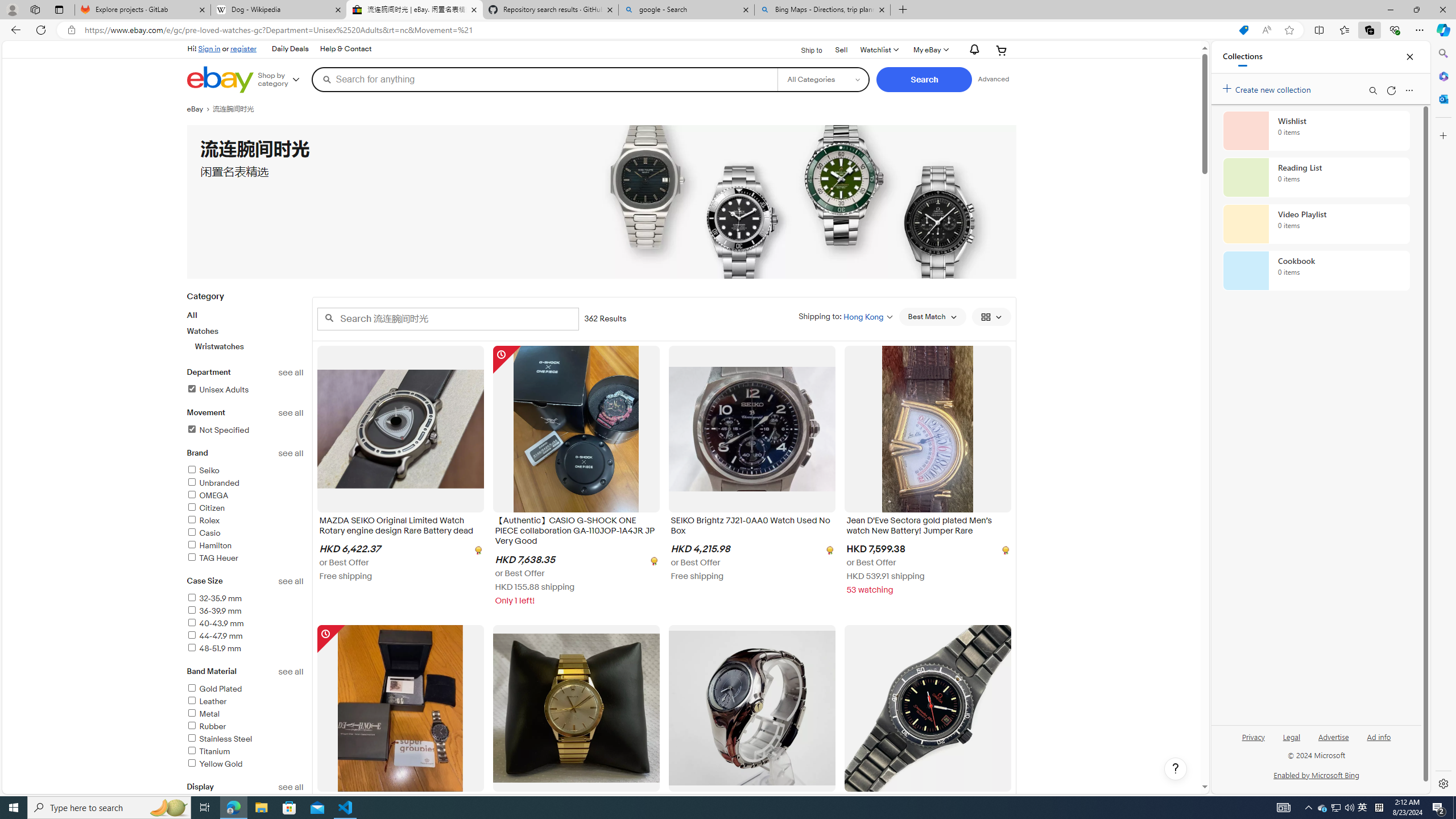  Describe the element at coordinates (11, 9) in the screenshot. I see `'Personal Profile'` at that location.